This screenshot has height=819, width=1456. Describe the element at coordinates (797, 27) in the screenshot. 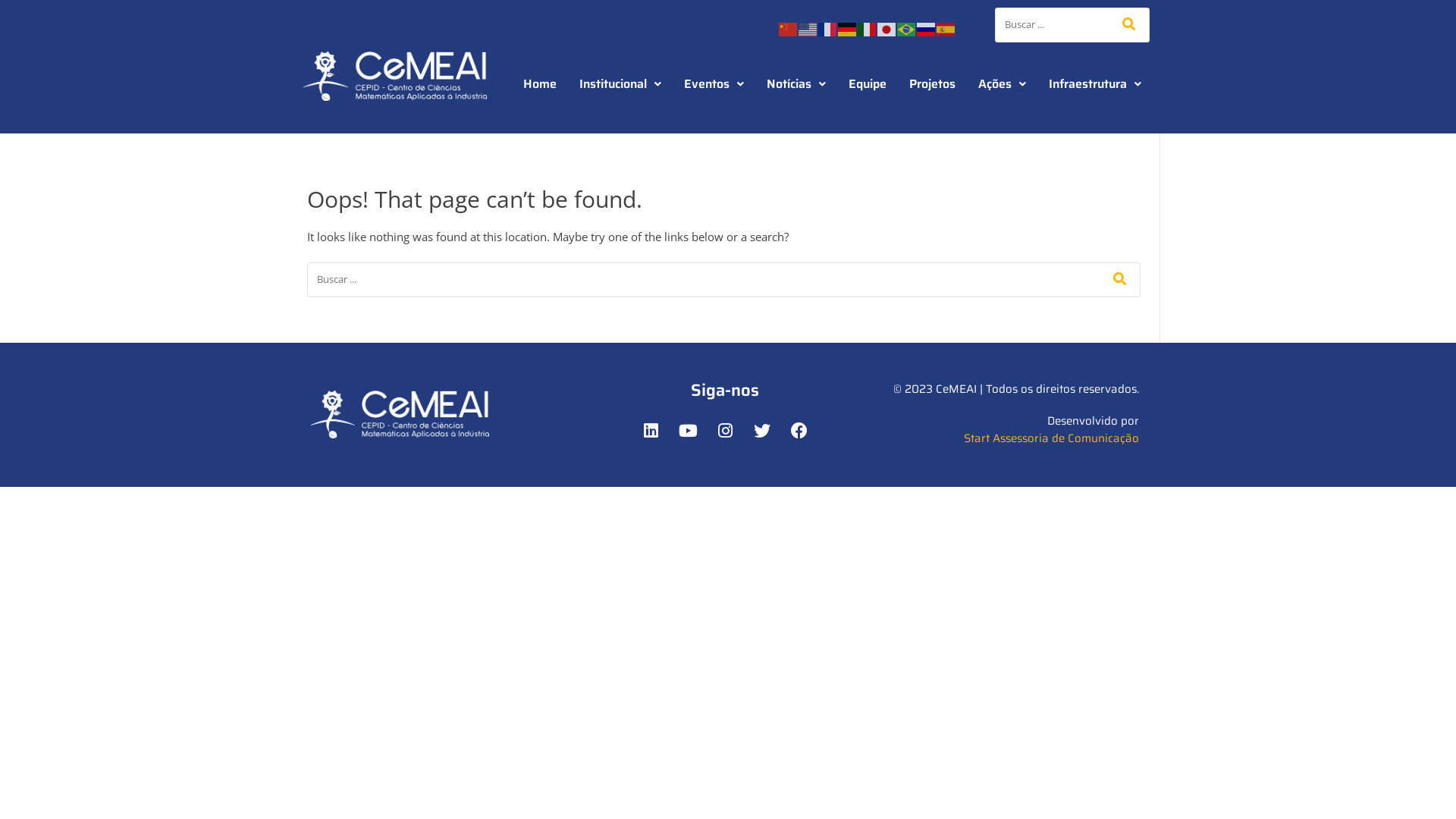

I see `'English'` at that location.